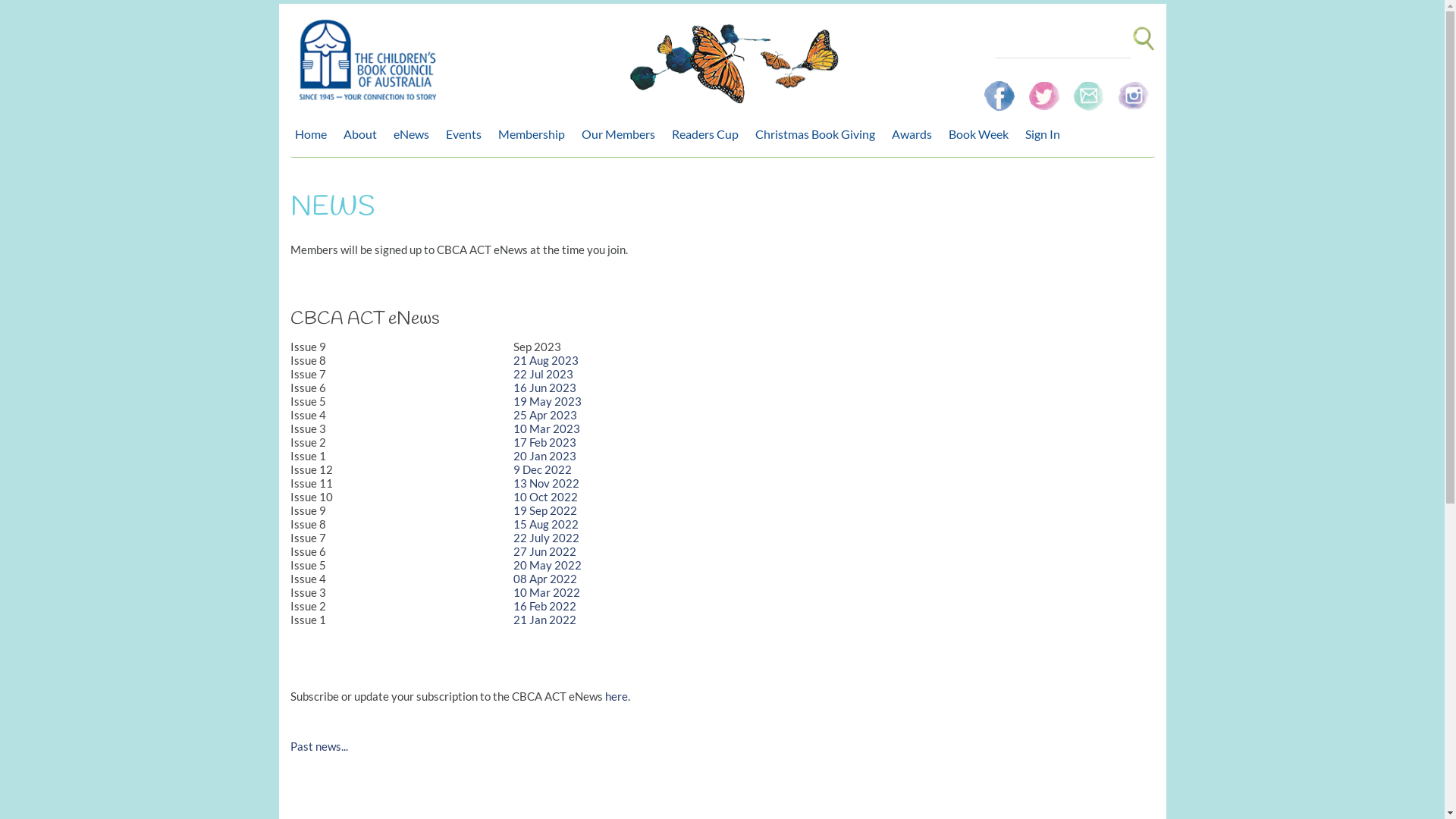 The width and height of the screenshot is (1456, 819). What do you see at coordinates (388, 133) in the screenshot?
I see `'eNews'` at bounding box center [388, 133].